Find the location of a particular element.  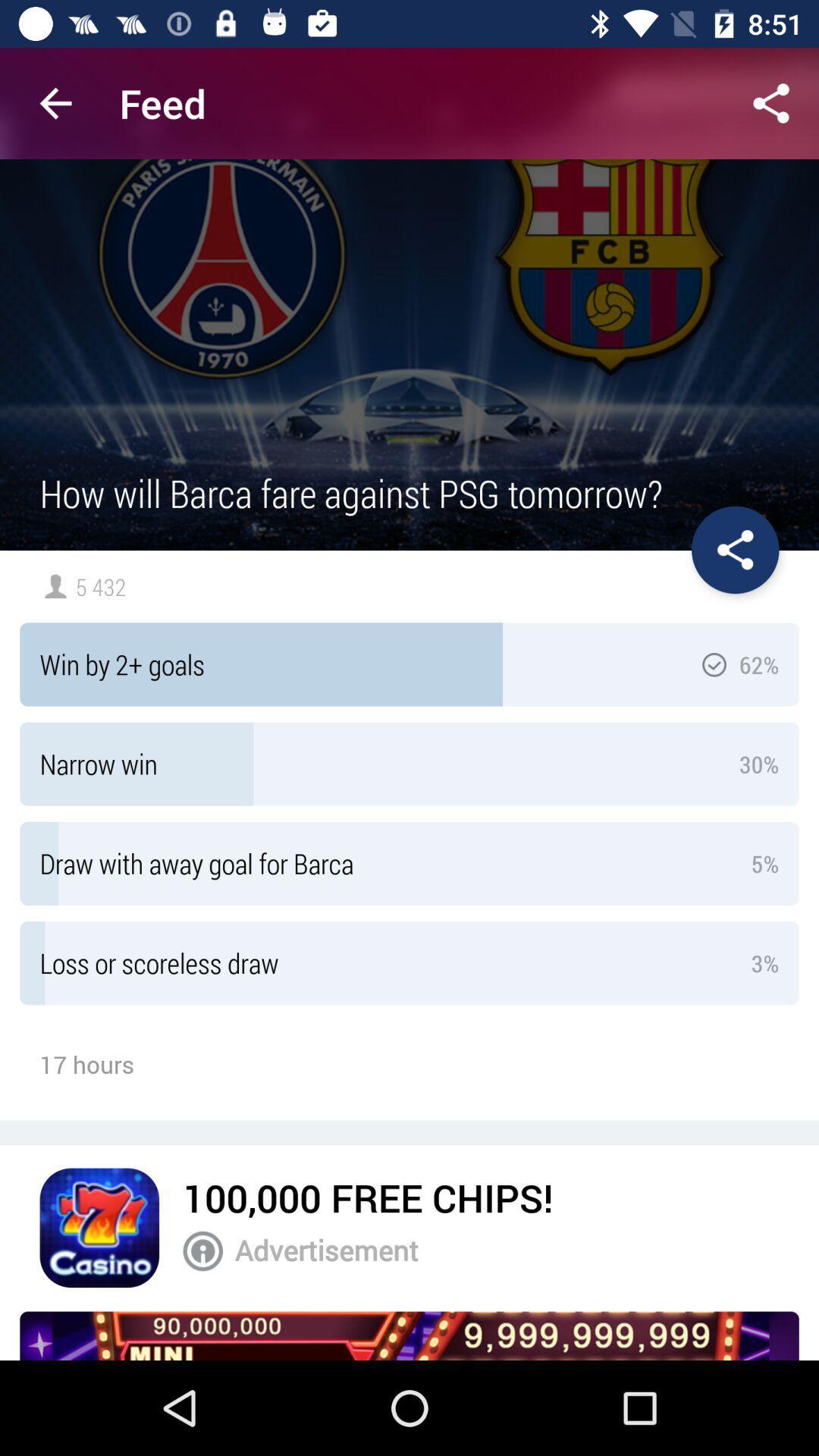

info about advertisement is located at coordinates (202, 1251).